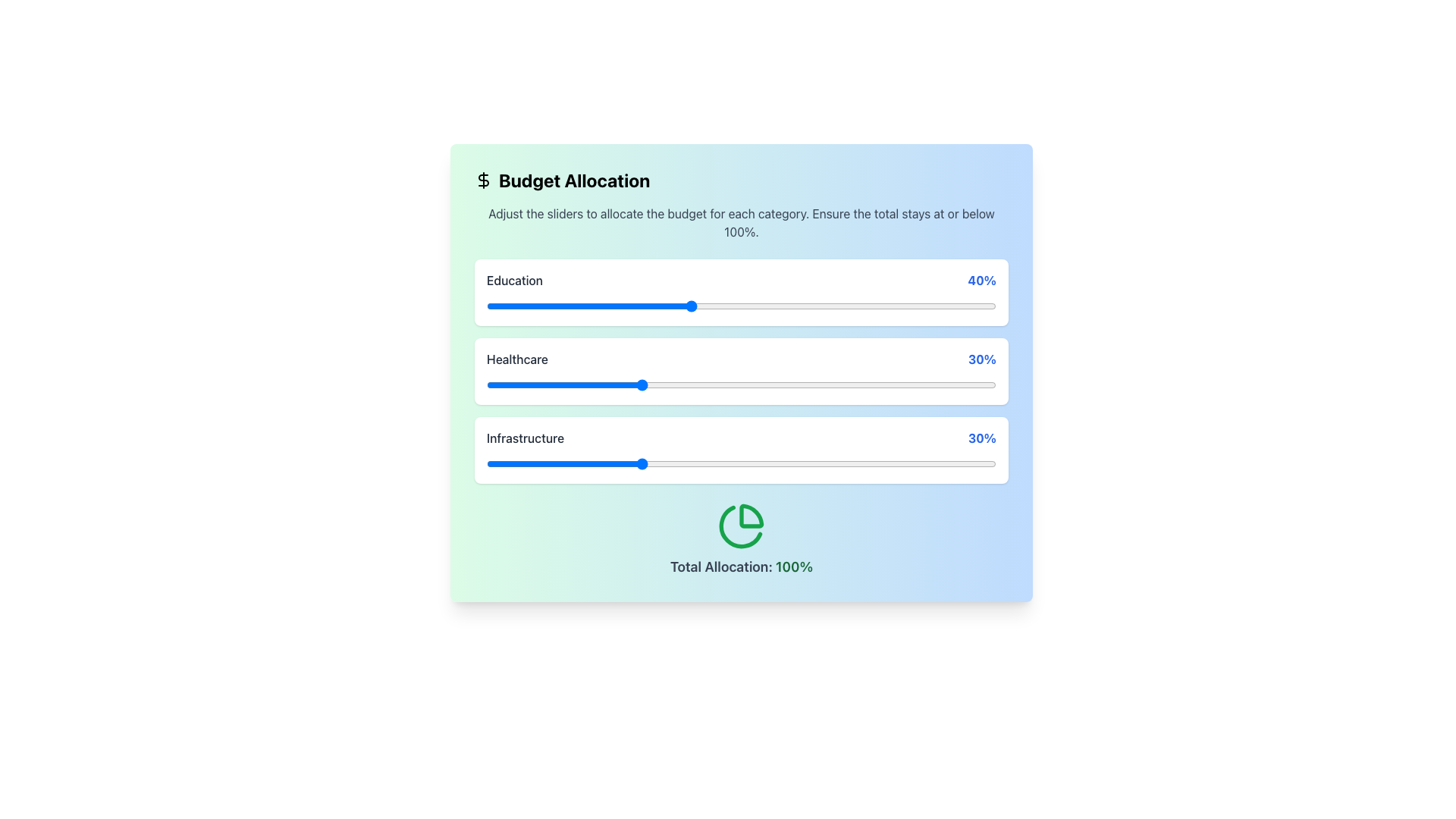 The height and width of the screenshot is (819, 1456). What do you see at coordinates (864, 463) in the screenshot?
I see `the infrastructure budget slider` at bounding box center [864, 463].